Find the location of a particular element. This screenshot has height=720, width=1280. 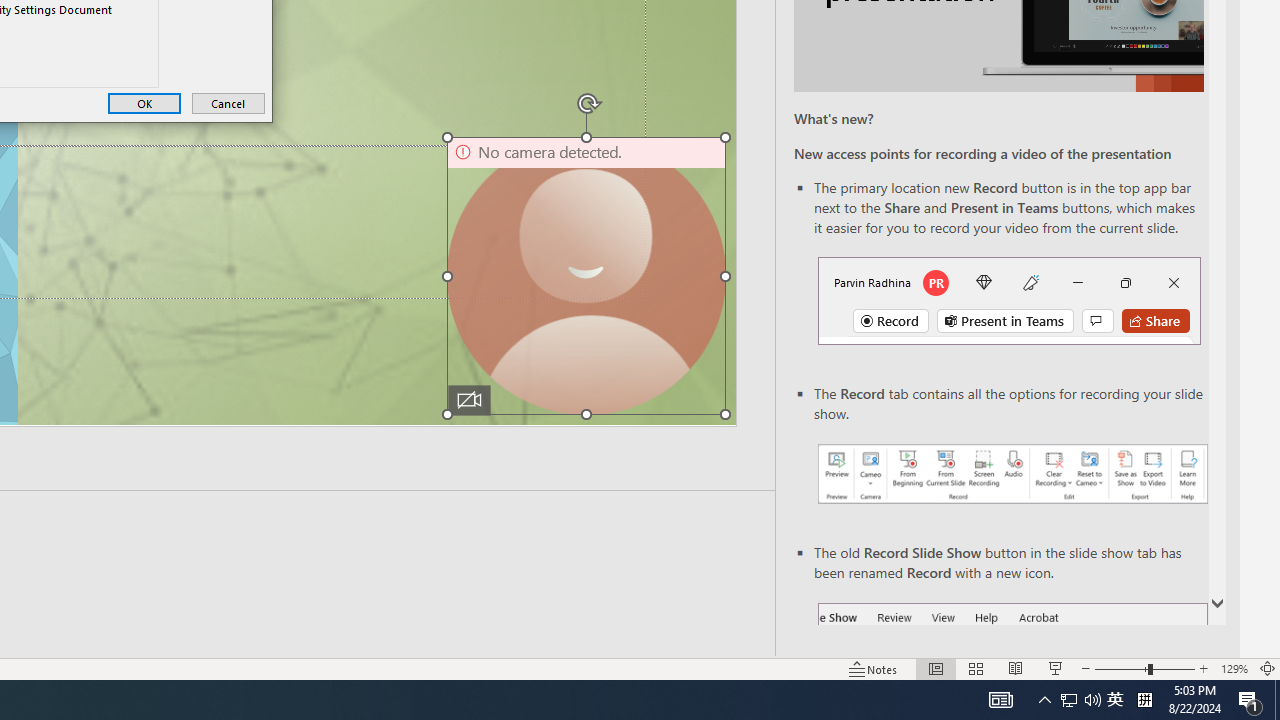

'Zoom 129%' is located at coordinates (1233, 669).